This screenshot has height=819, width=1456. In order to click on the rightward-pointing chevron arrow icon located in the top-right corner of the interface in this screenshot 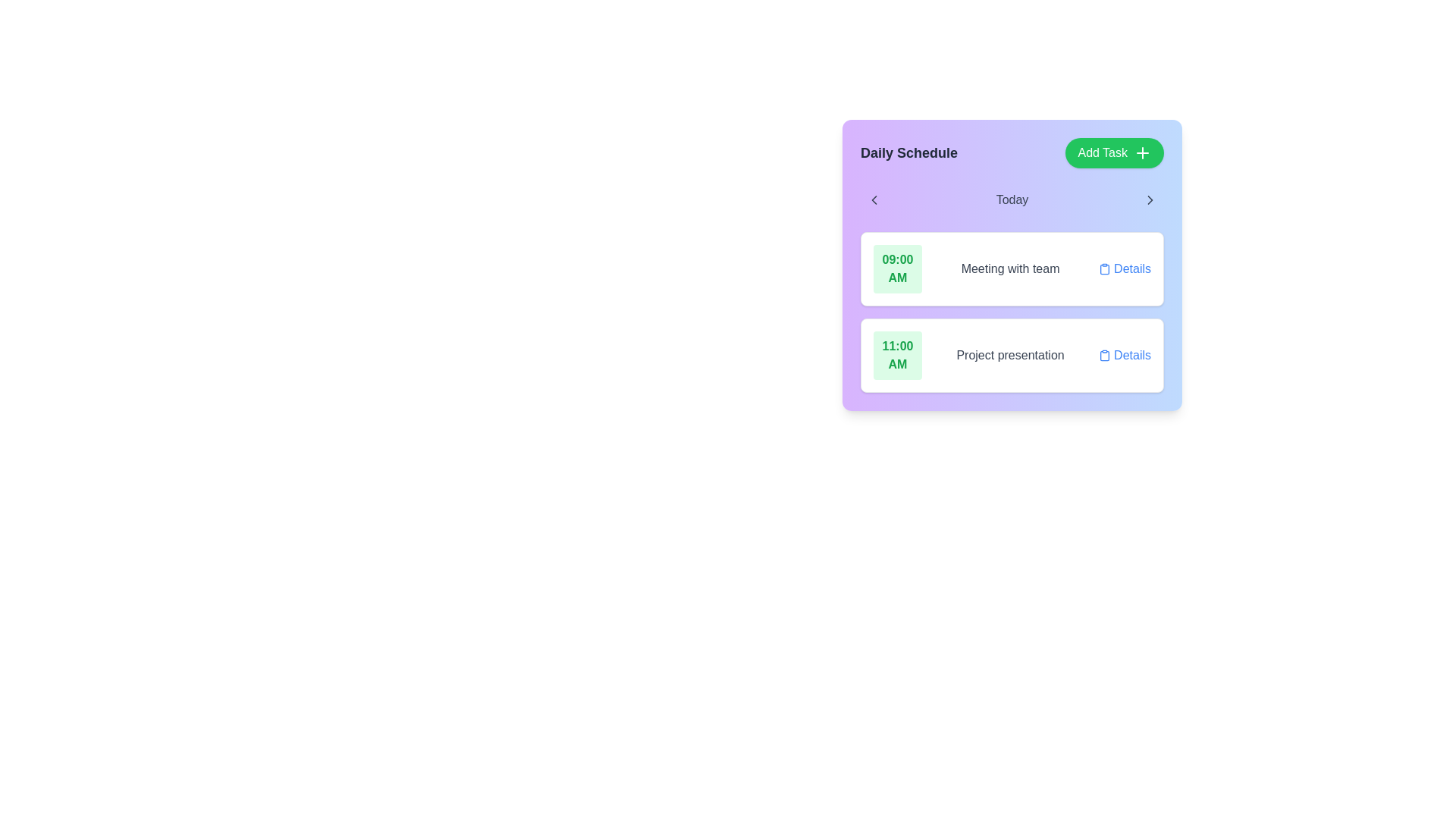, I will do `click(1150, 199)`.